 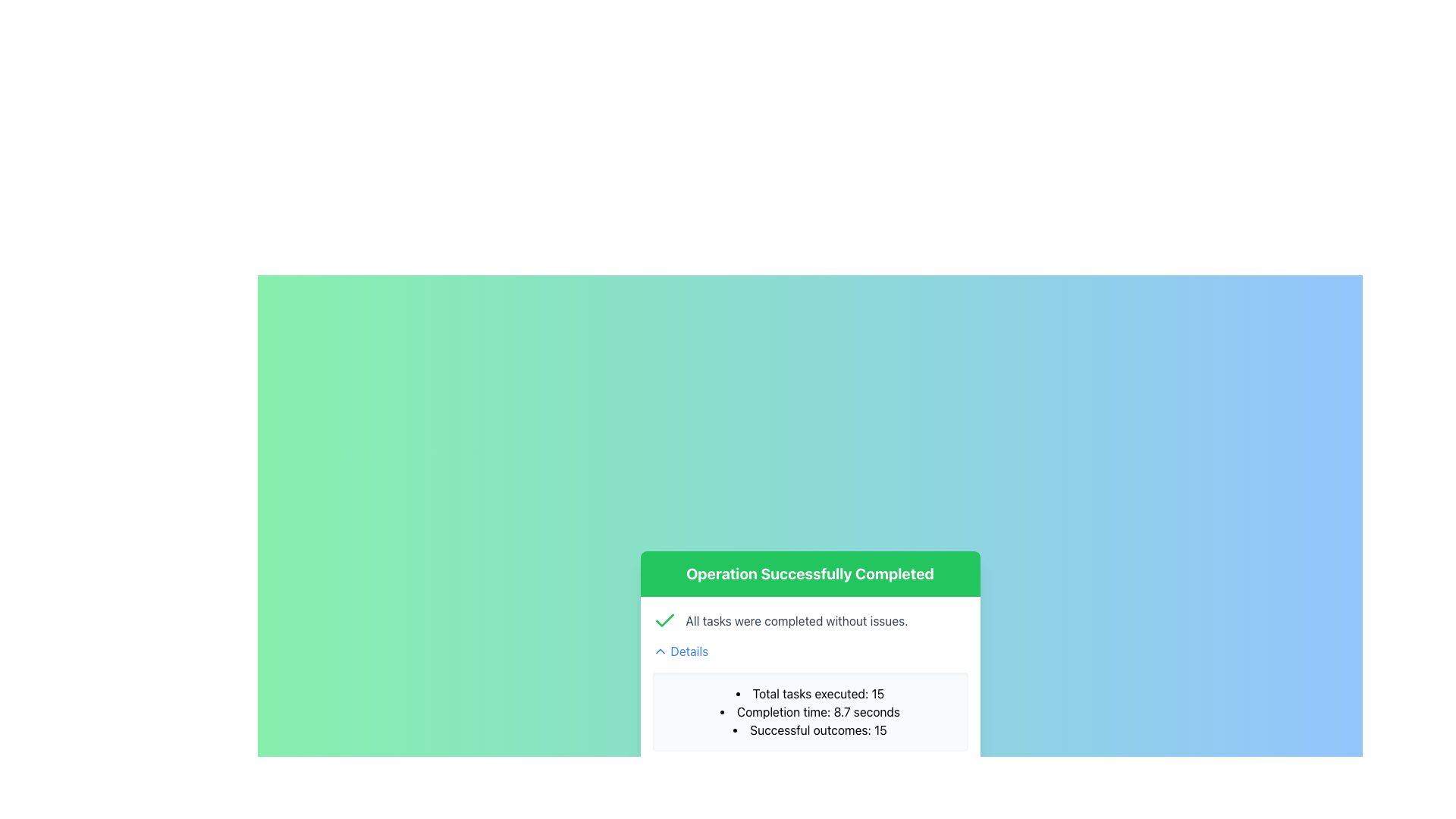 What do you see at coordinates (796, 620) in the screenshot?
I see `the text element displaying 'All tasks were completed without issues.' which is located under the 'Operation Successfully Completed' header and next to a green checkmark icon` at bounding box center [796, 620].